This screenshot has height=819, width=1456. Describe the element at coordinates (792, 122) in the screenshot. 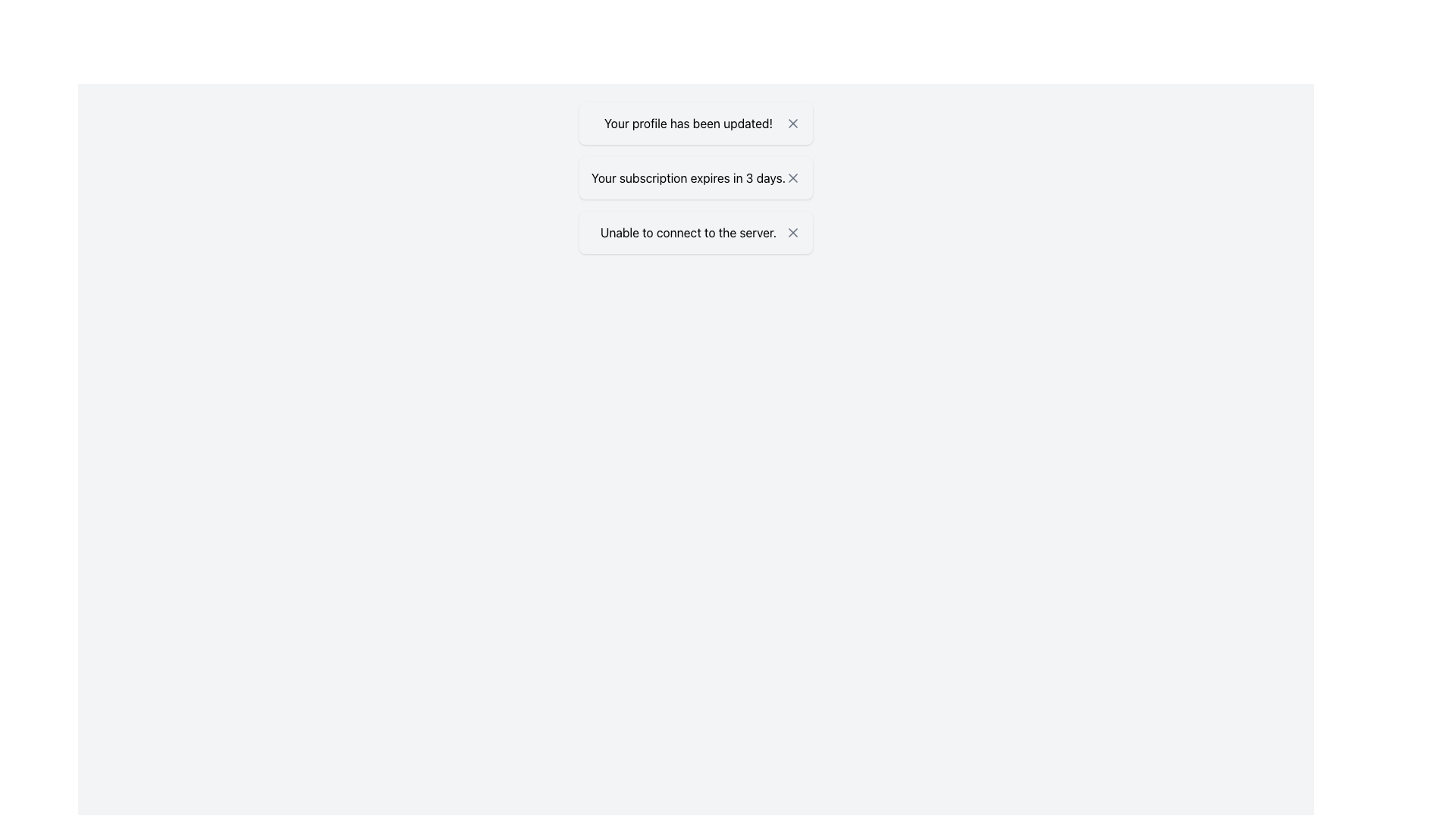

I see `the dismiss button located at the rightmost end of the notification box that reads 'Your profile has been updated!' to observe hover feedback` at that location.